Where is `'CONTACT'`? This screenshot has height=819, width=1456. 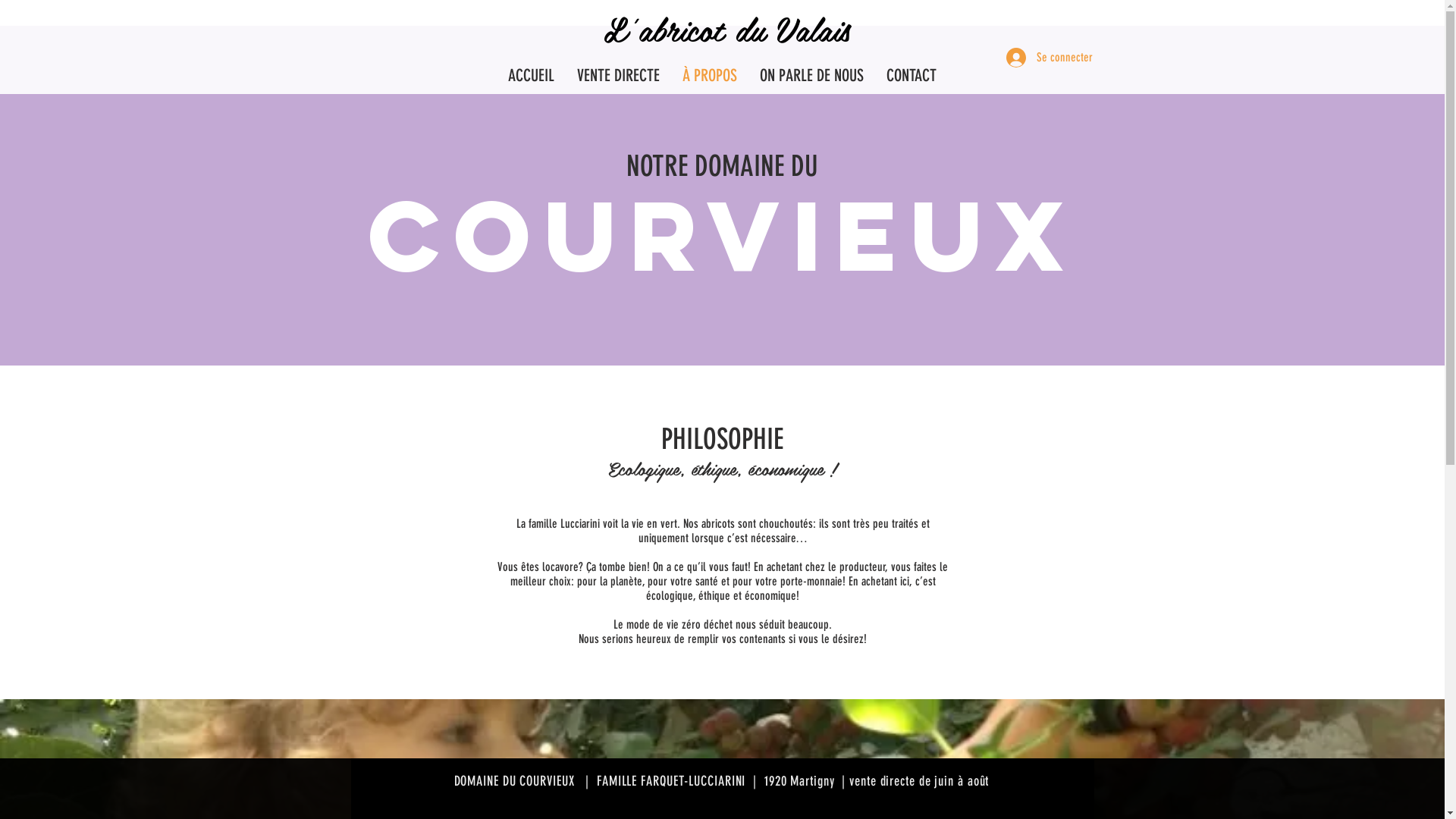
'CONTACT' is located at coordinates (910, 75).